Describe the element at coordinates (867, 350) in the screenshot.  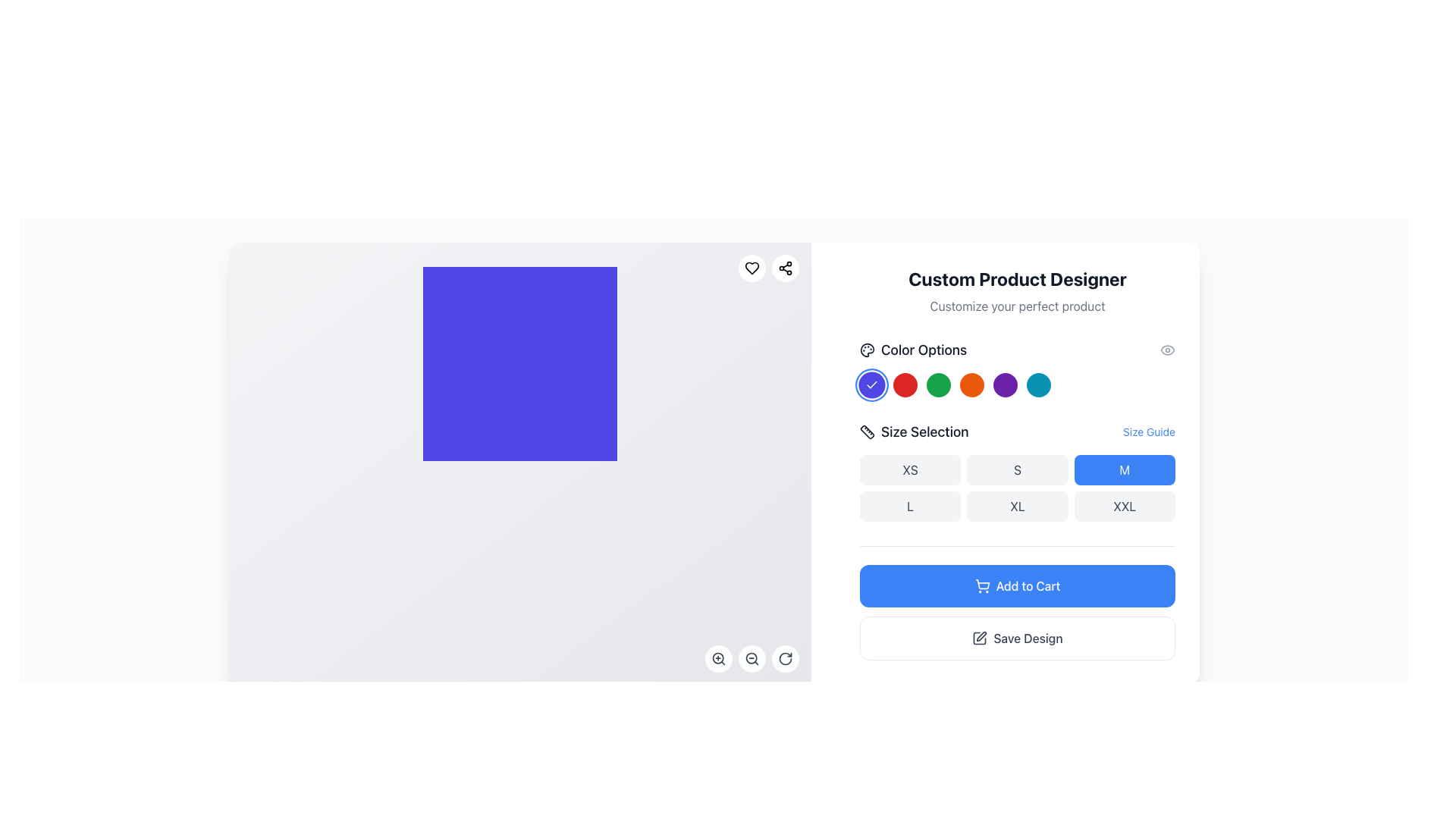
I see `the small painter's palette icon located in the top-left corner of the 'Color Options' section, which features multiple small circles representing paint colors` at that location.